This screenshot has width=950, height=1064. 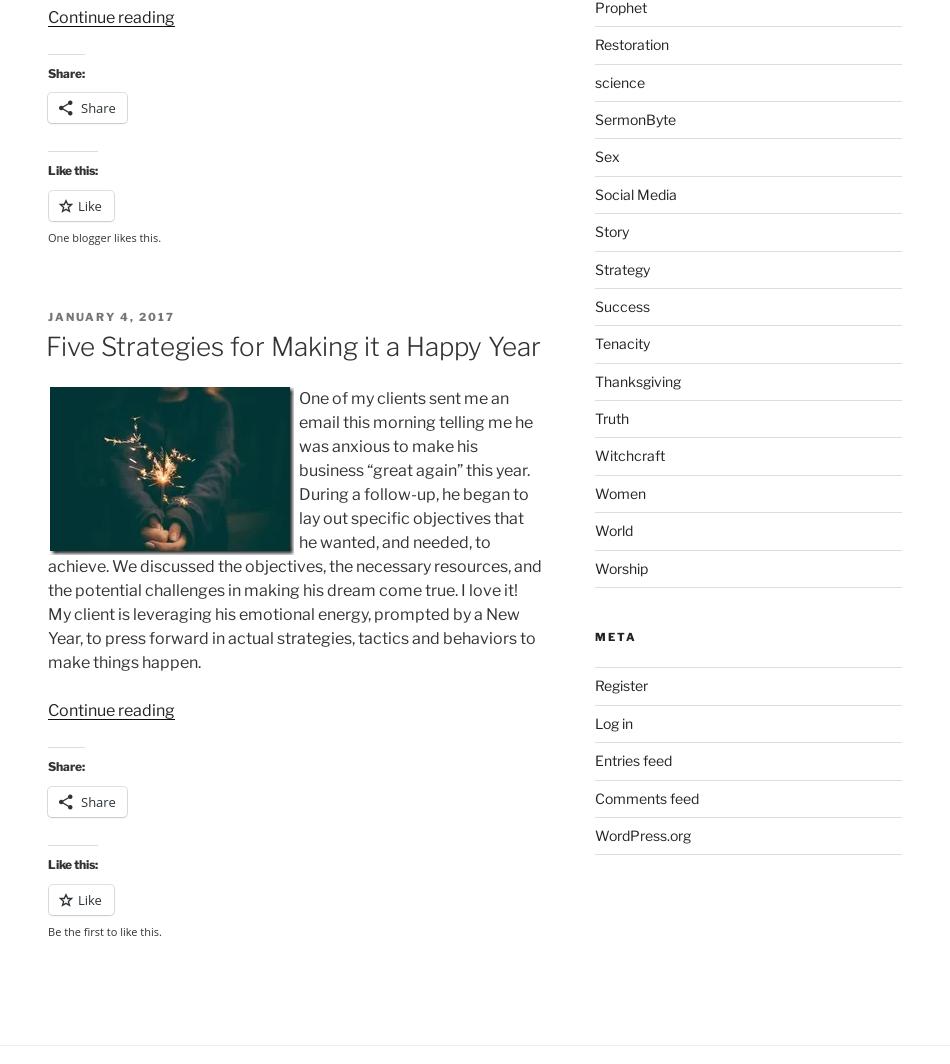 What do you see at coordinates (613, 722) in the screenshot?
I see `'Log in'` at bounding box center [613, 722].